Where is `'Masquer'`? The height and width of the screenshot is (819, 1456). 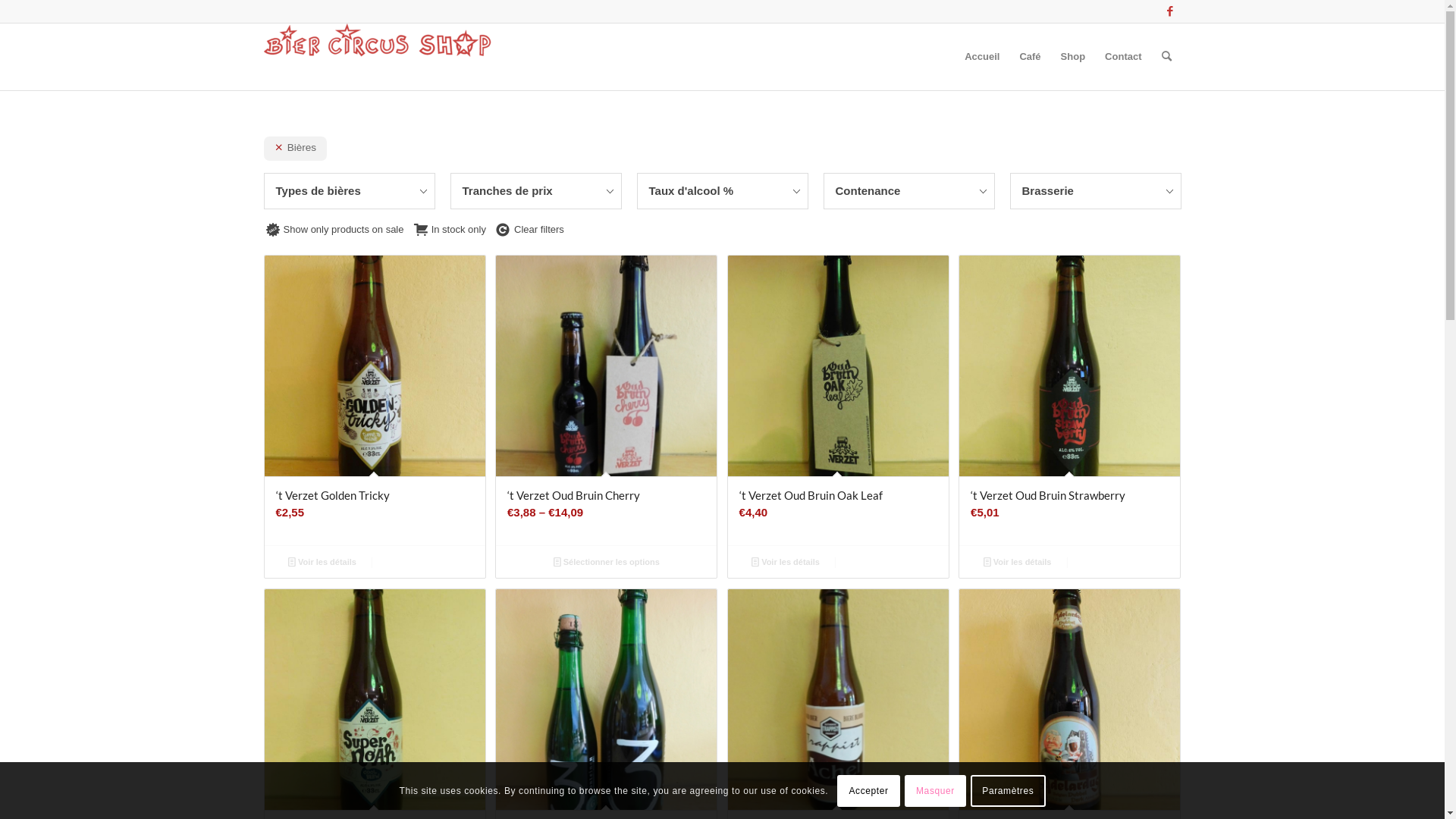
'Masquer' is located at coordinates (905, 789).